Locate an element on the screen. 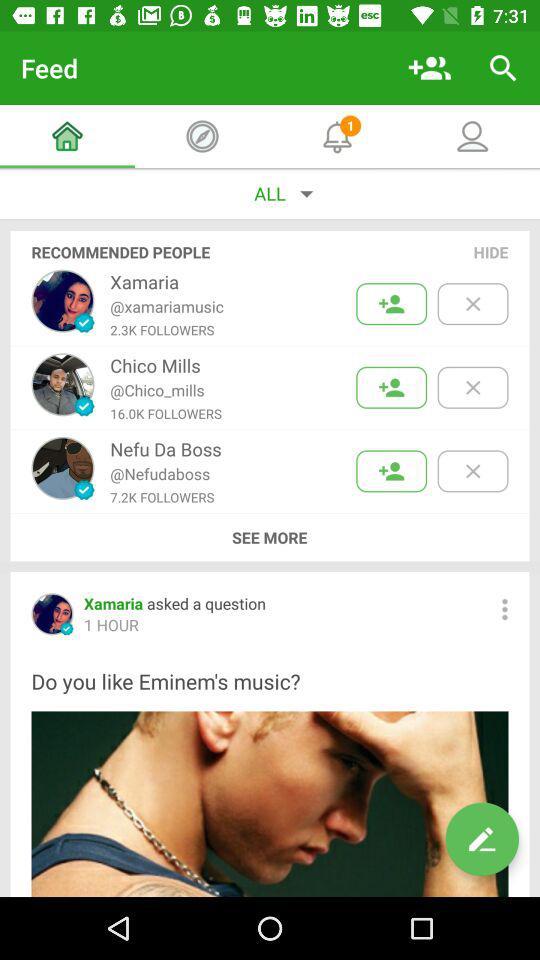 The width and height of the screenshot is (540, 960). the edit icon is located at coordinates (481, 839).